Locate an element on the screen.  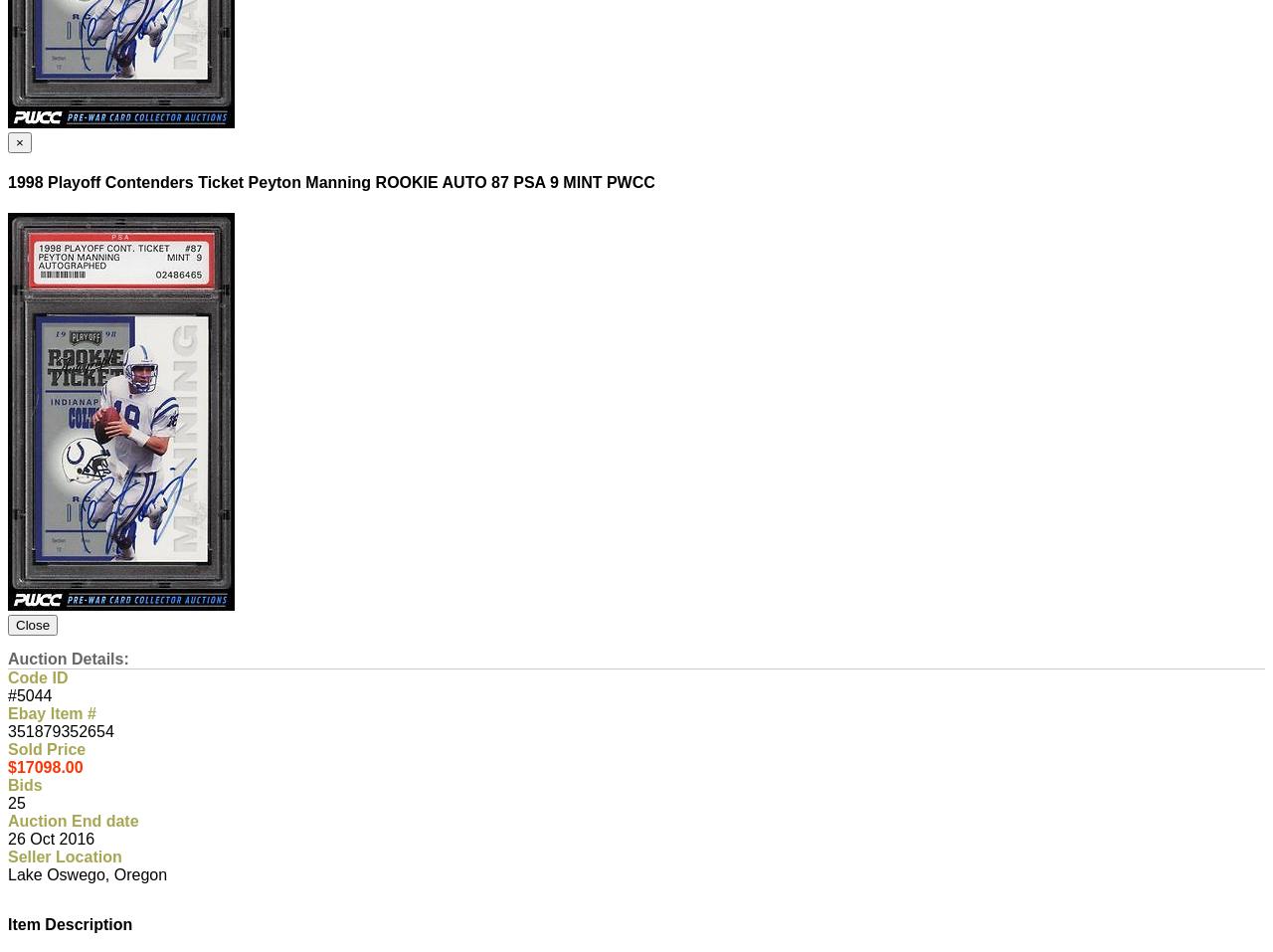
'26 Oct 2016' is located at coordinates (51, 838).